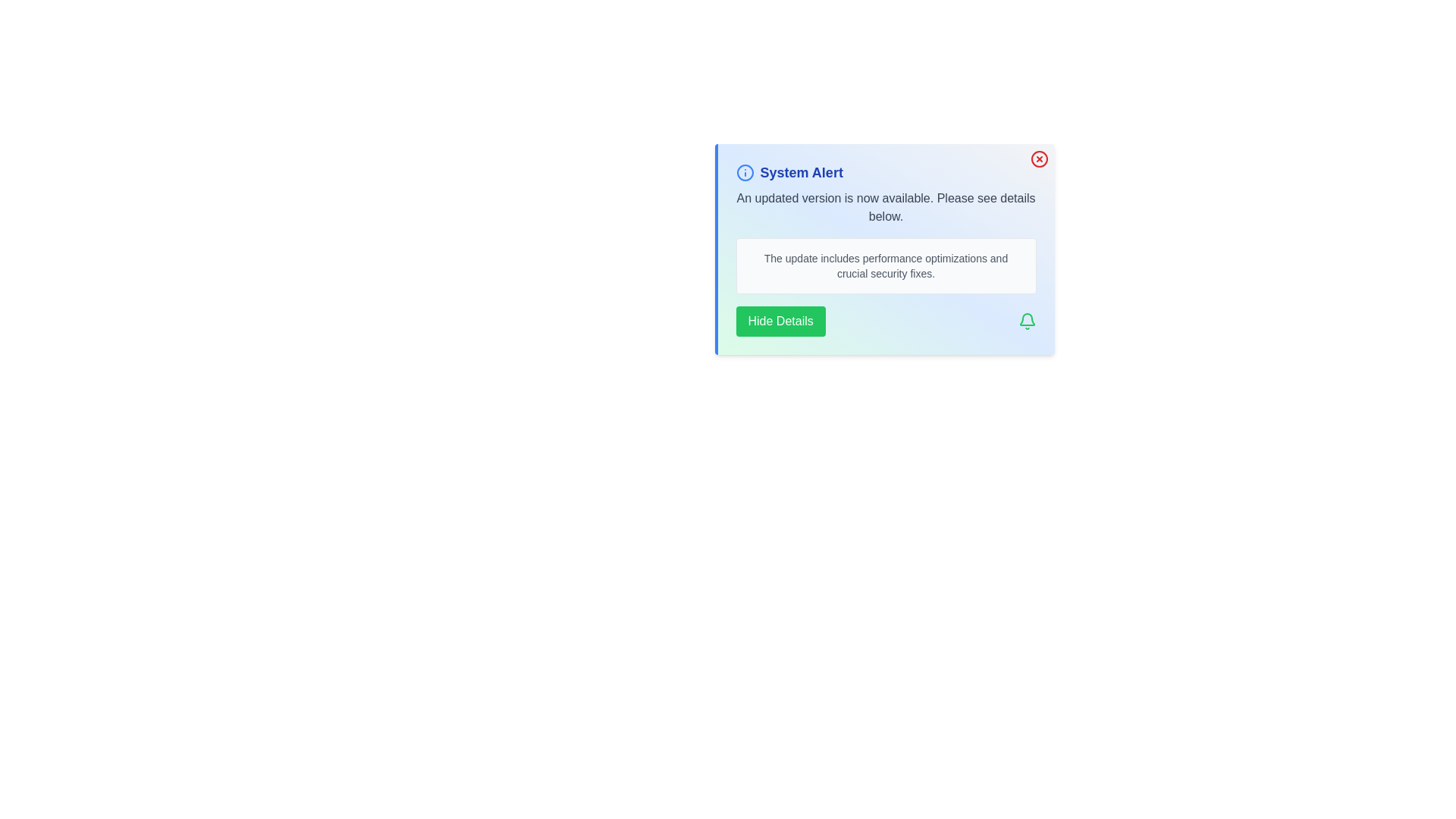 This screenshot has height=819, width=1456. Describe the element at coordinates (1027, 321) in the screenshot. I see `the notification icon to inspect it` at that location.